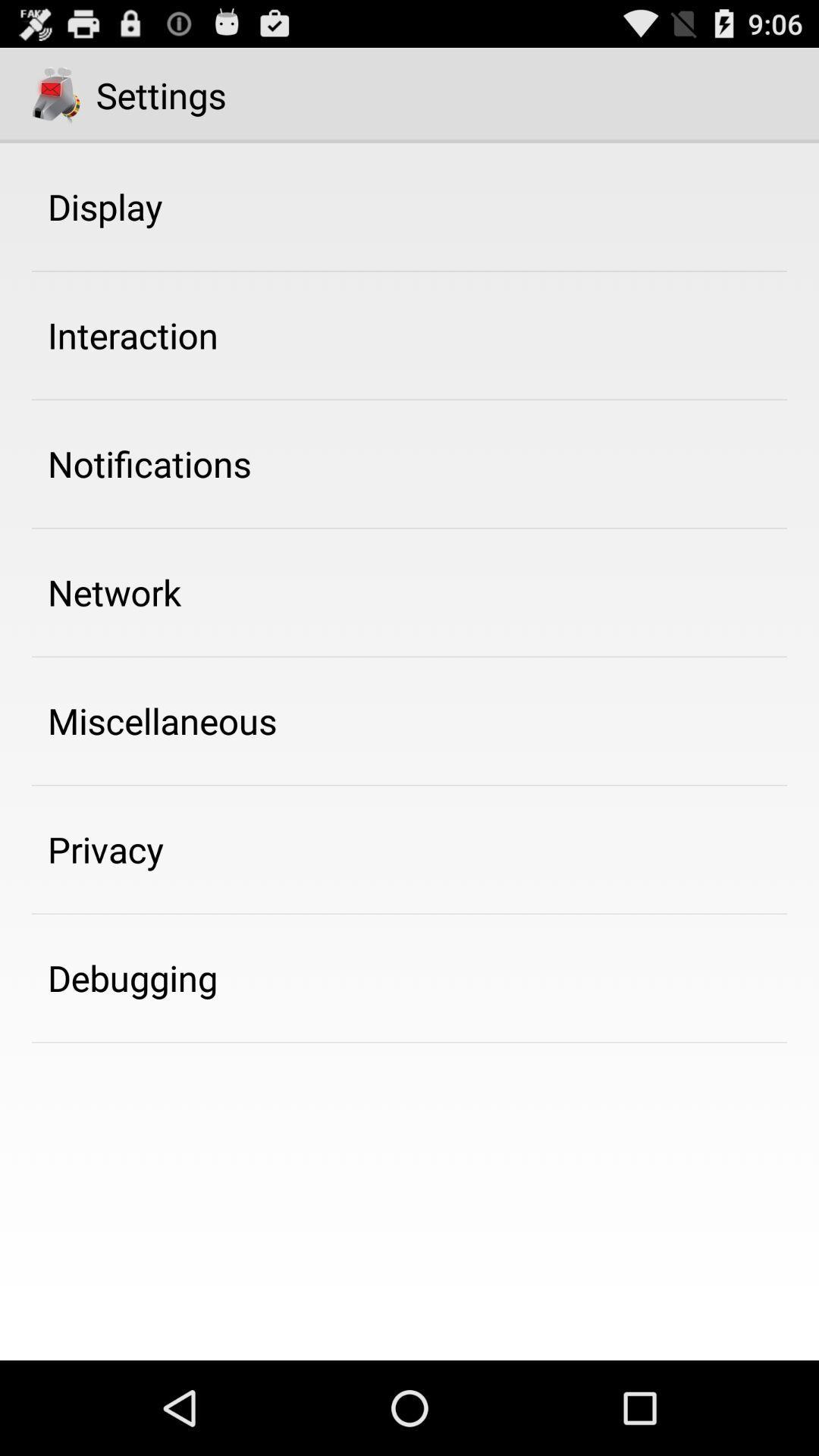 Image resolution: width=819 pixels, height=1456 pixels. What do you see at coordinates (114, 591) in the screenshot?
I see `network` at bounding box center [114, 591].